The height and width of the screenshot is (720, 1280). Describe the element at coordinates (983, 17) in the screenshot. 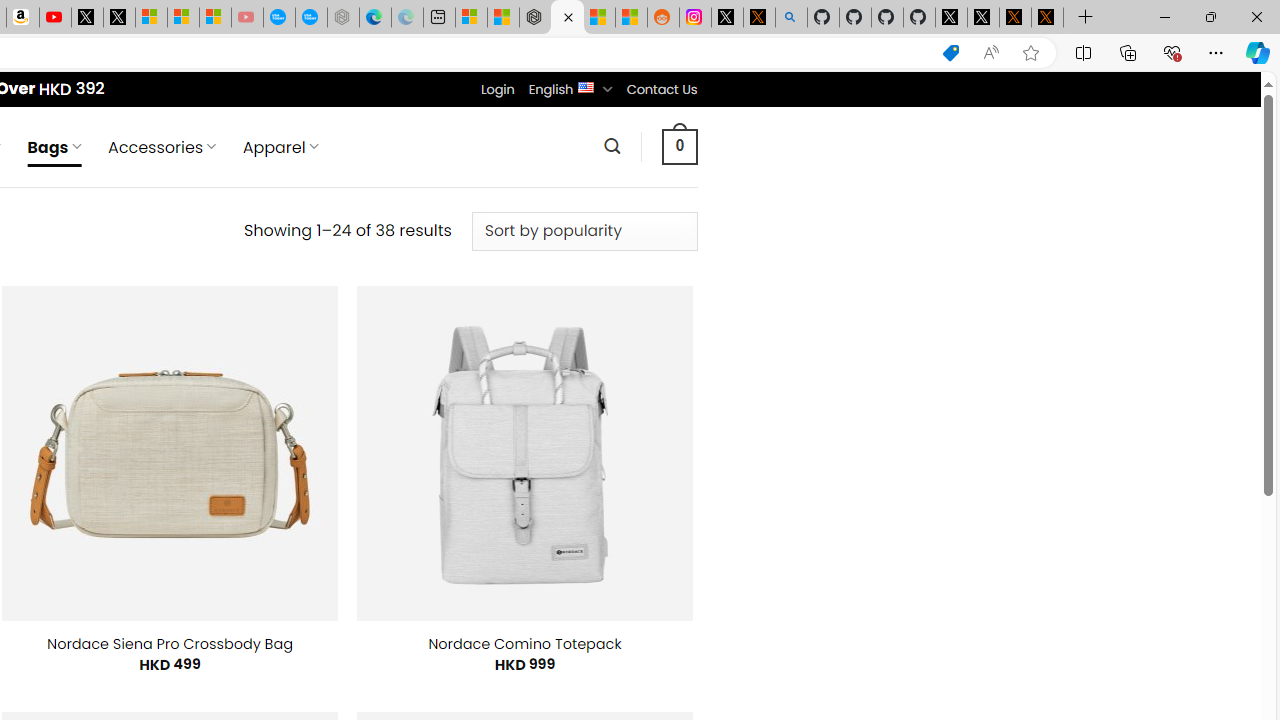

I see `'GitHub (@github) / X'` at that location.